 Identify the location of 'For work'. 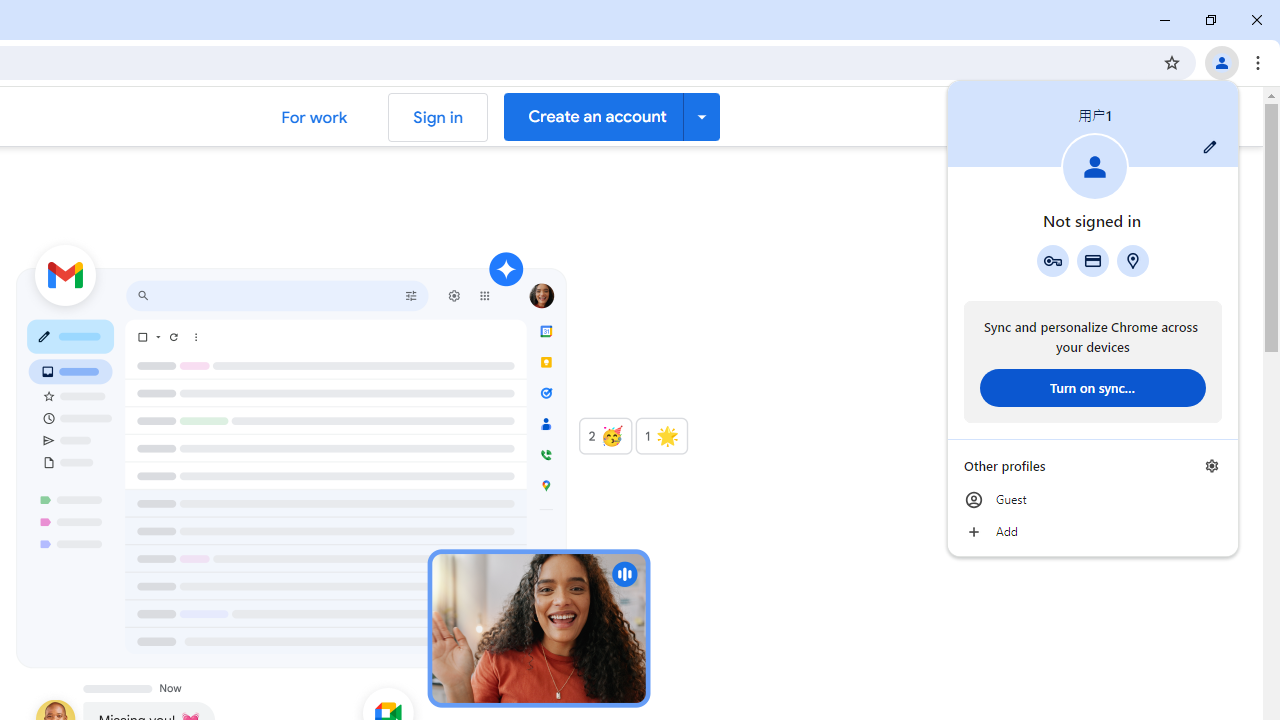
(313, 117).